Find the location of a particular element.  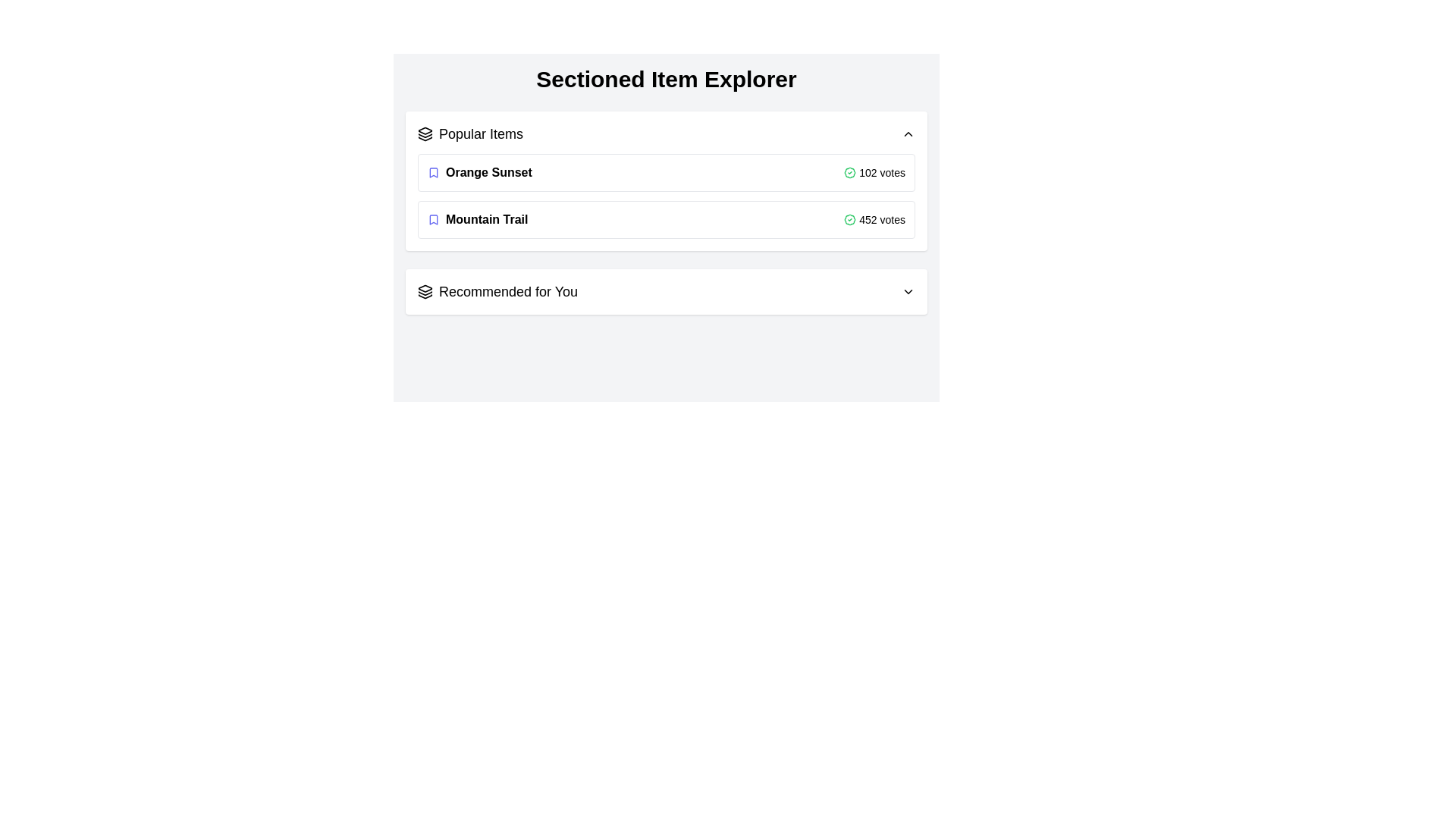

the verified status icon located adjacent to the text '452 votes' in the 'Mountain Trail' entry under the 'Popular Items' section is located at coordinates (850, 219).